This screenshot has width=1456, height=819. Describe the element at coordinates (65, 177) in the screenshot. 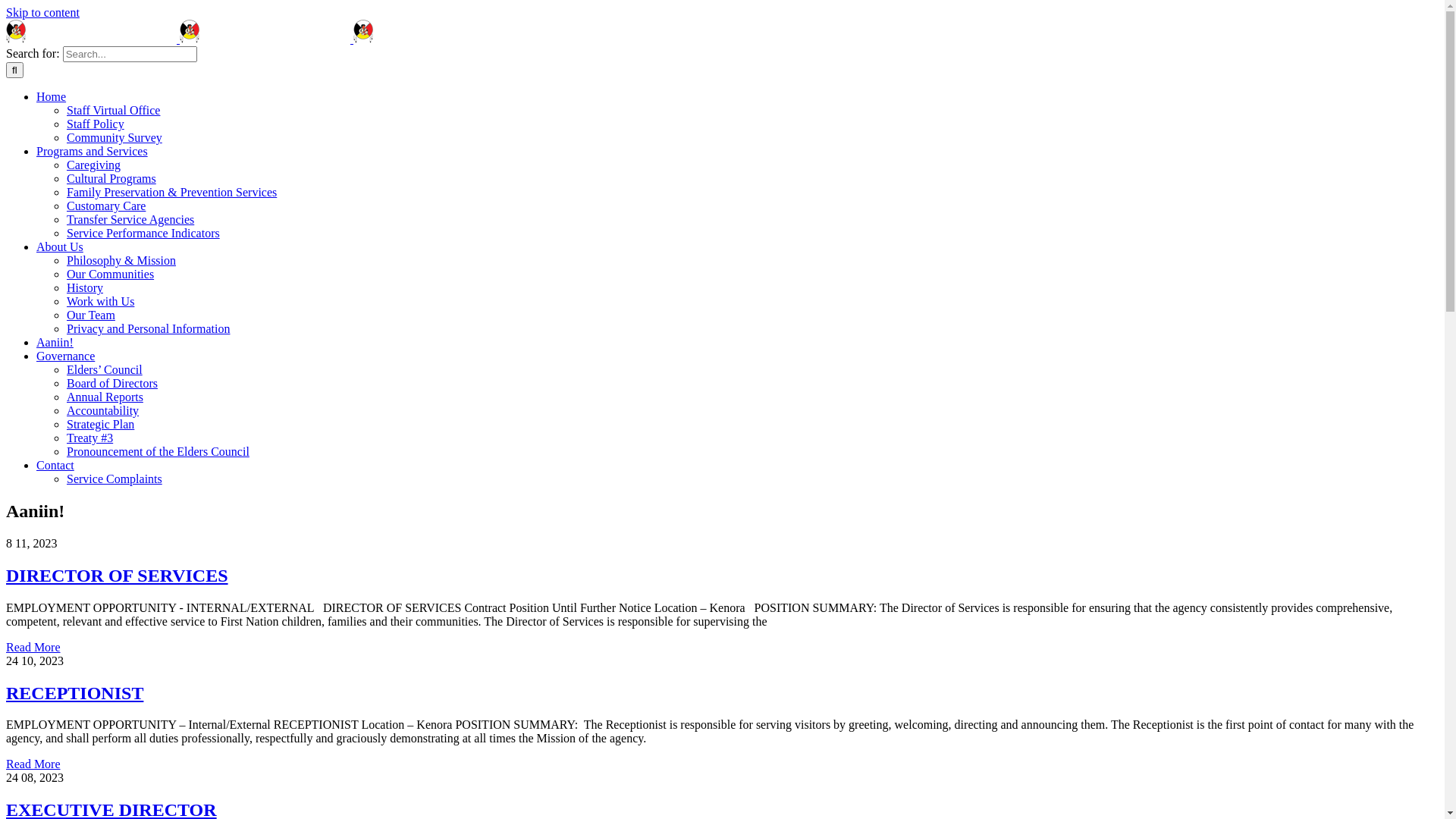

I see `'Cultural Programs'` at that location.